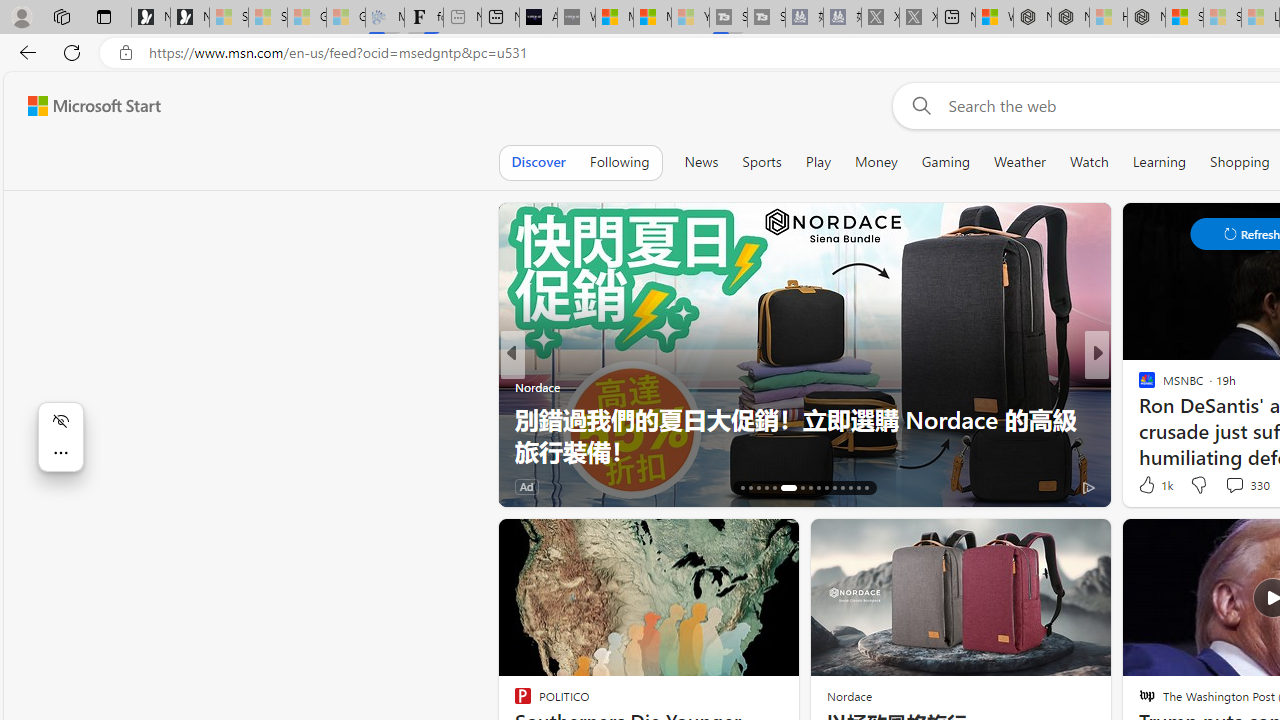 This screenshot has width=1280, height=720. I want to click on 'AutomationID: tab-21', so click(787, 488).